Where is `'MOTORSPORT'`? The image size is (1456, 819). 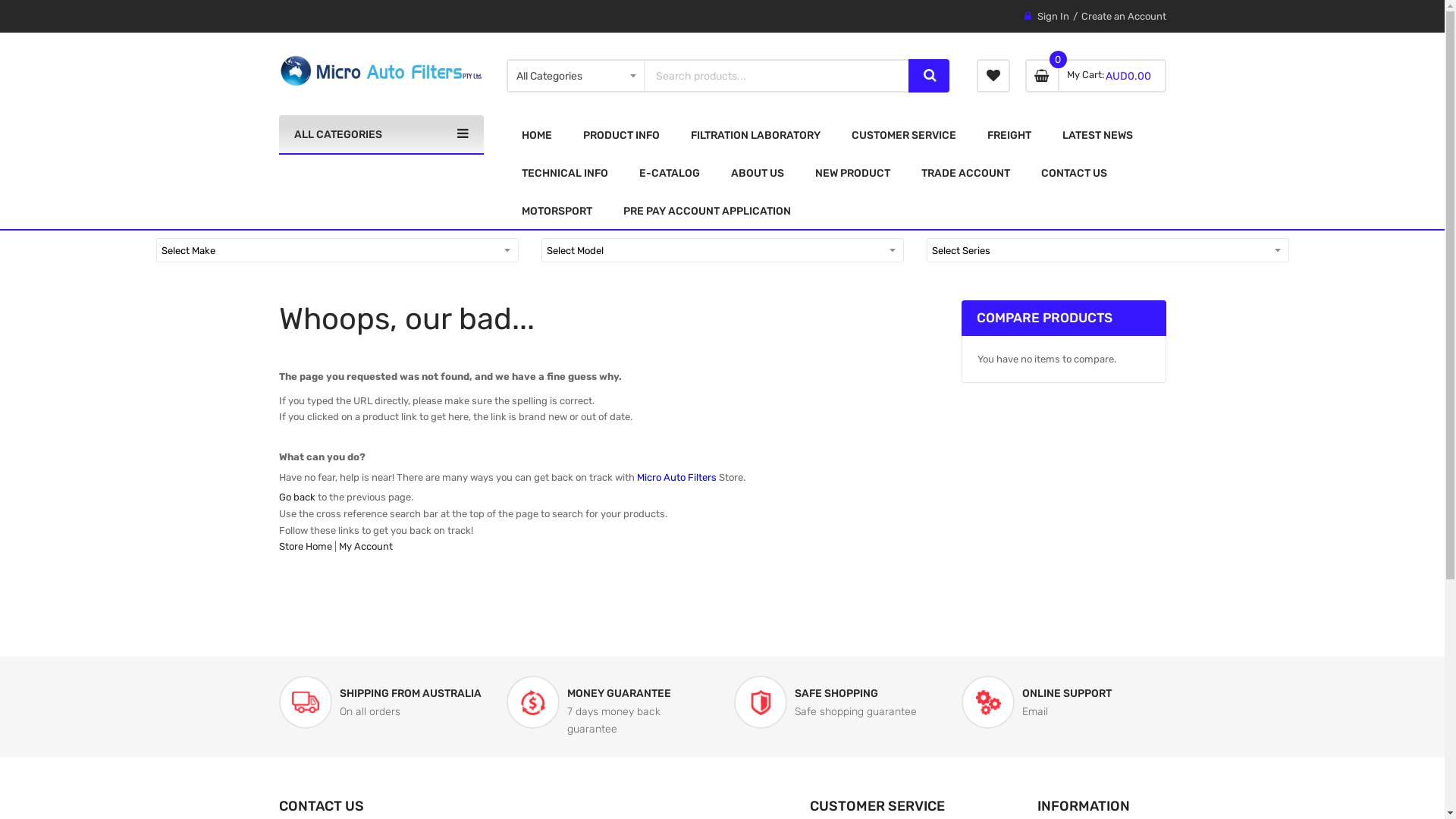
'MOTORSPORT' is located at coordinates (556, 210).